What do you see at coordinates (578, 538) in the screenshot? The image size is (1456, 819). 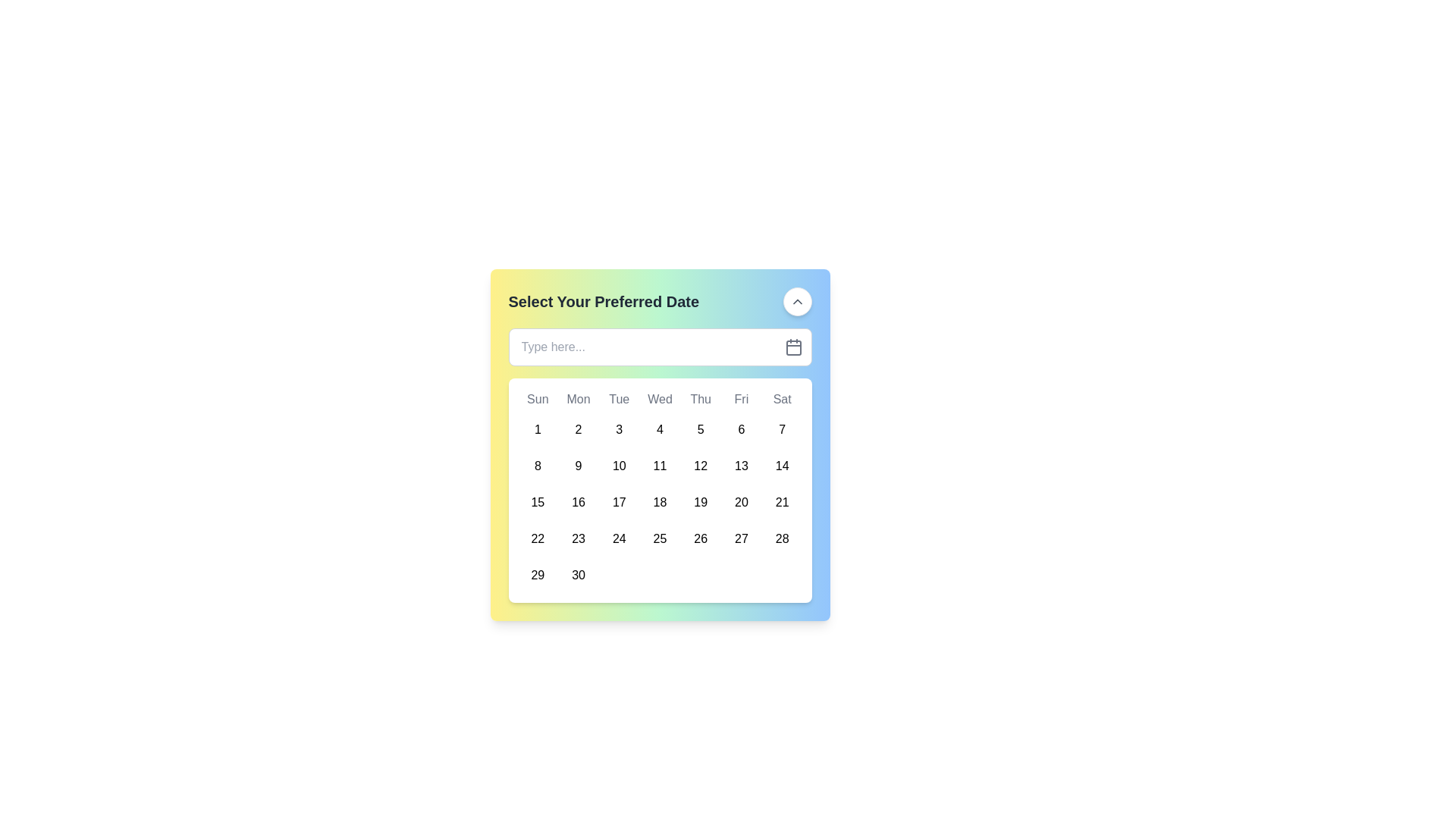 I see `the selectable date button for '23' in the calendar grid under 'Select Your Preferred Date'` at bounding box center [578, 538].